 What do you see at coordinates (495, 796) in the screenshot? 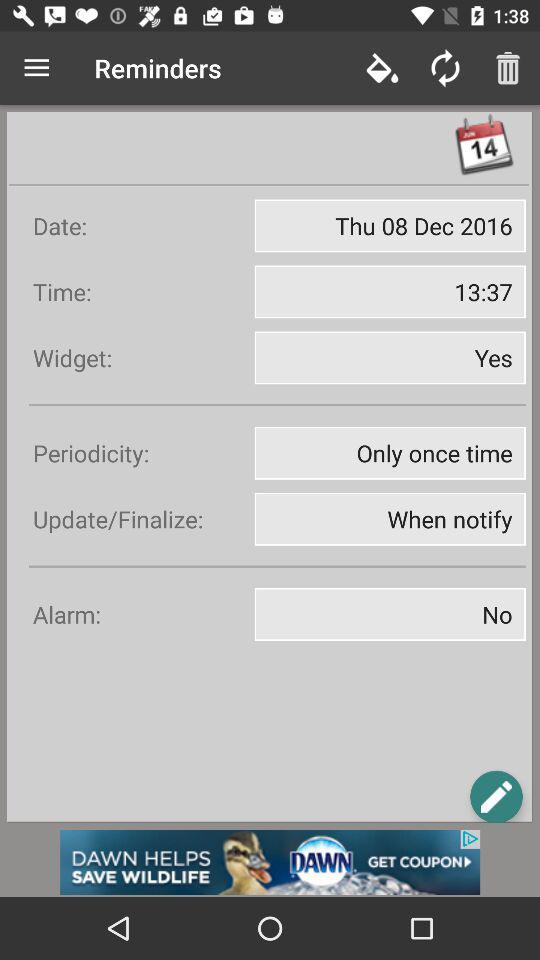
I see `icon page` at bounding box center [495, 796].